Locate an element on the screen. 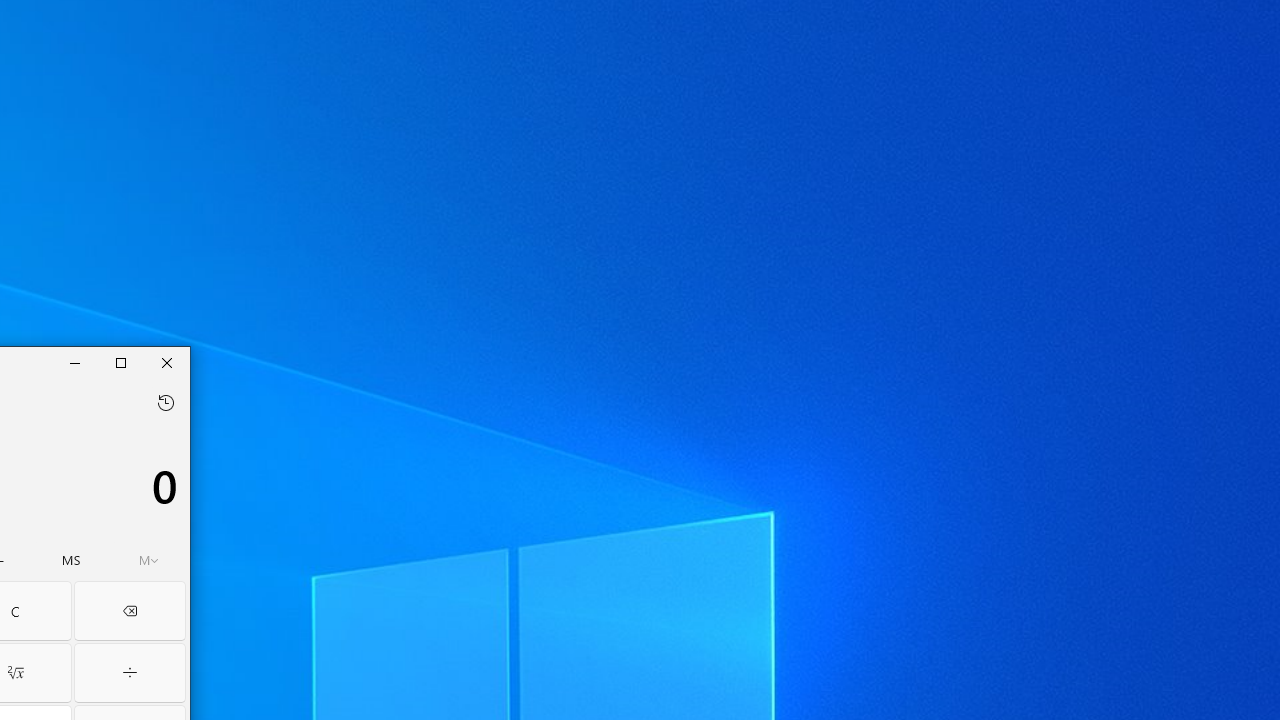  'Maximize Calculator' is located at coordinates (119, 362).